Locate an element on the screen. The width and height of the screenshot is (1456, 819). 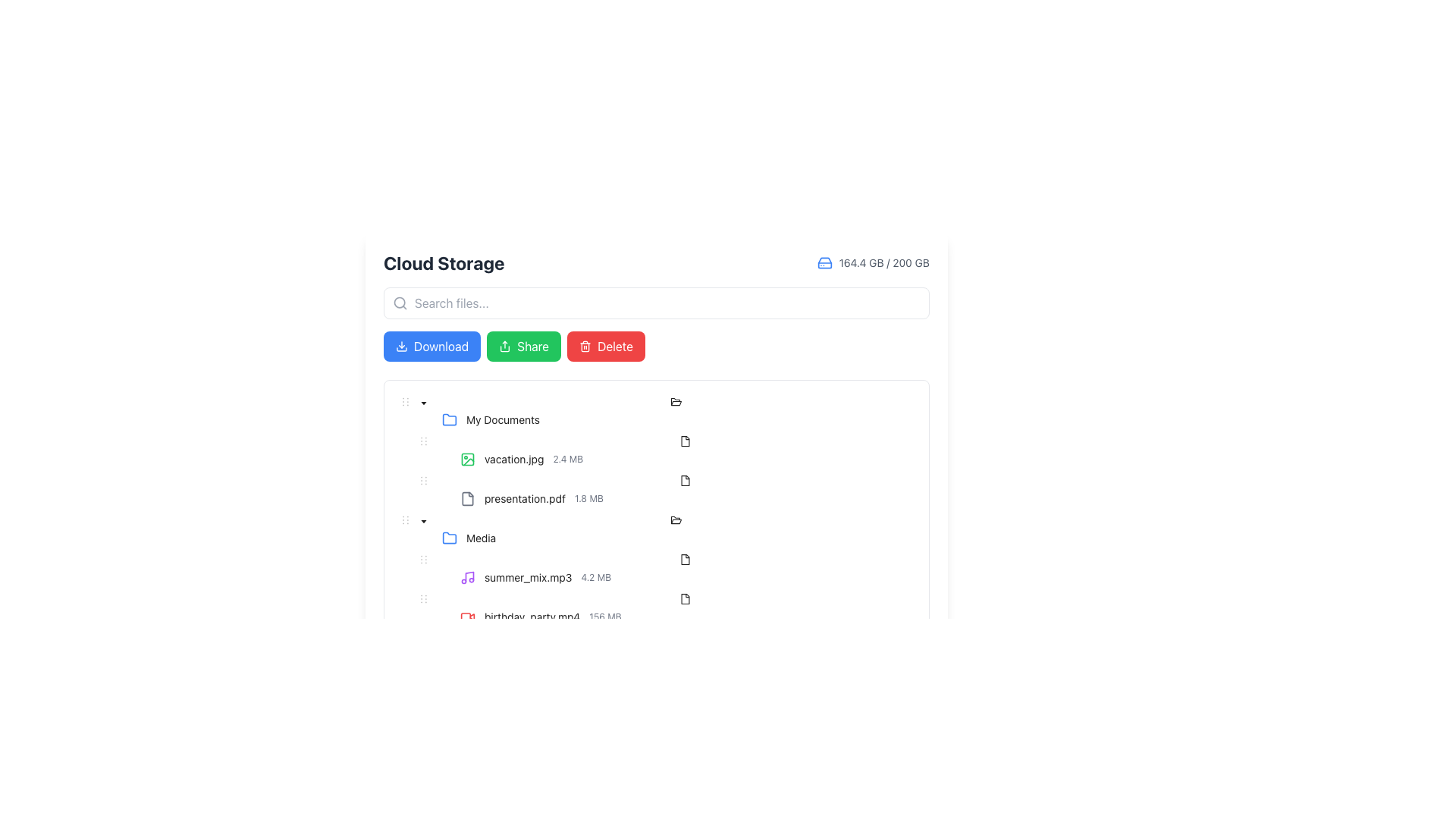
the delete button located to the right of the green 'Share' button is located at coordinates (605, 346).